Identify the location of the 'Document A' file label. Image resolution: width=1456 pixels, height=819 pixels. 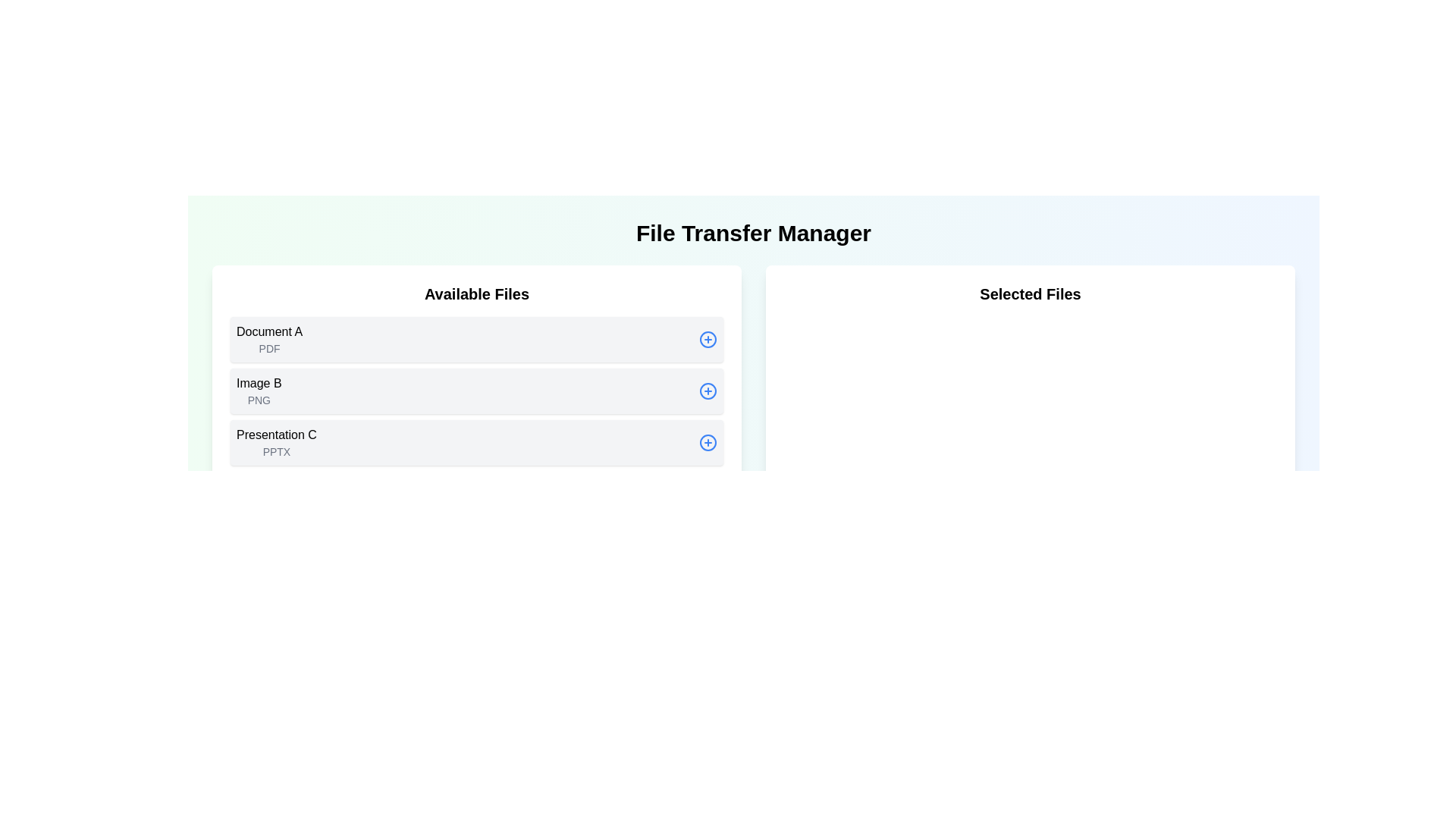
(269, 338).